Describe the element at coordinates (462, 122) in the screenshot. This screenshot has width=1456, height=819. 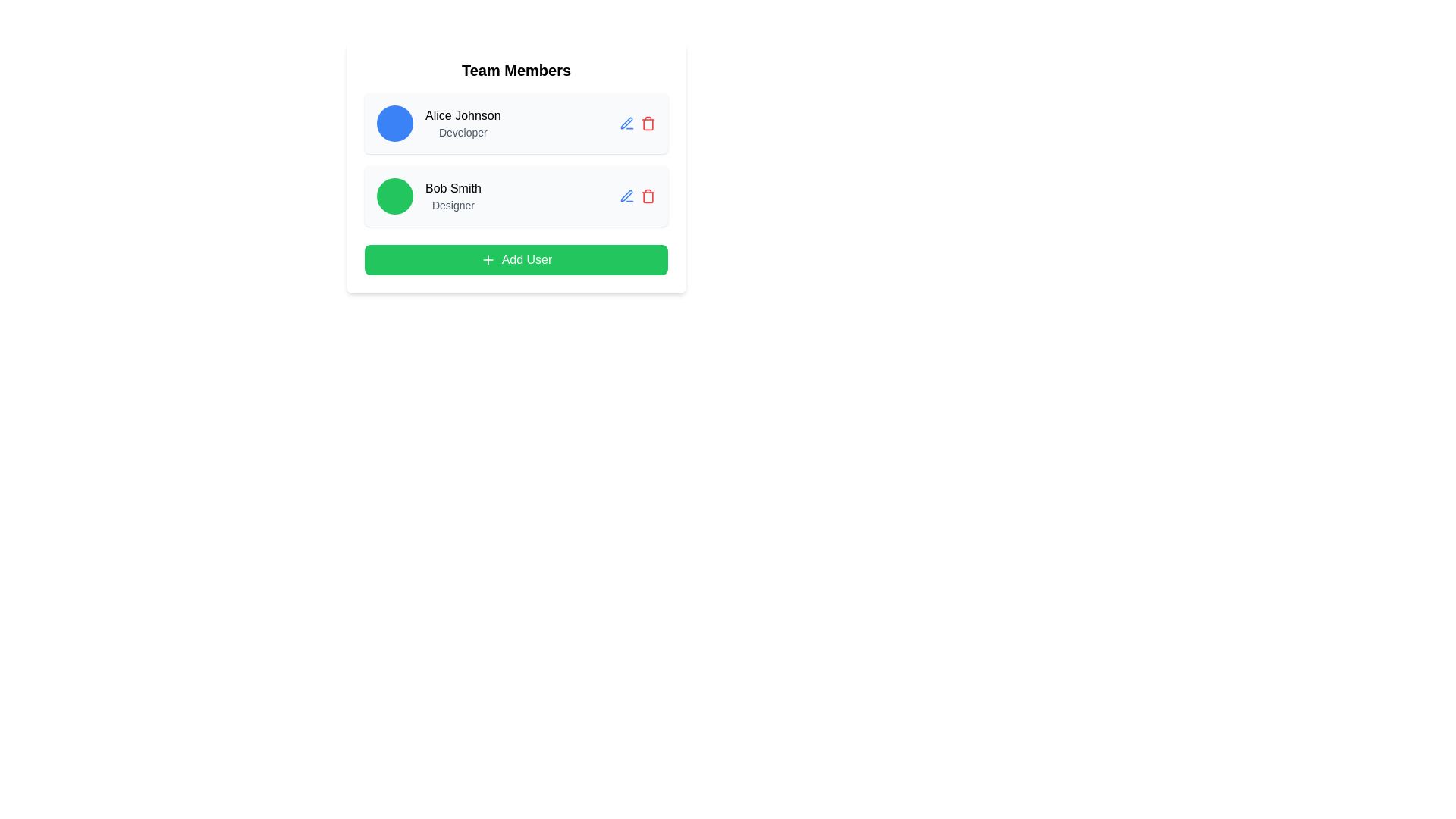
I see `the Text Label displaying 'Alice Johnson' which is styled as bold and positioned above the title 'Developer' within the user information card under the 'Team Members' section` at that location.